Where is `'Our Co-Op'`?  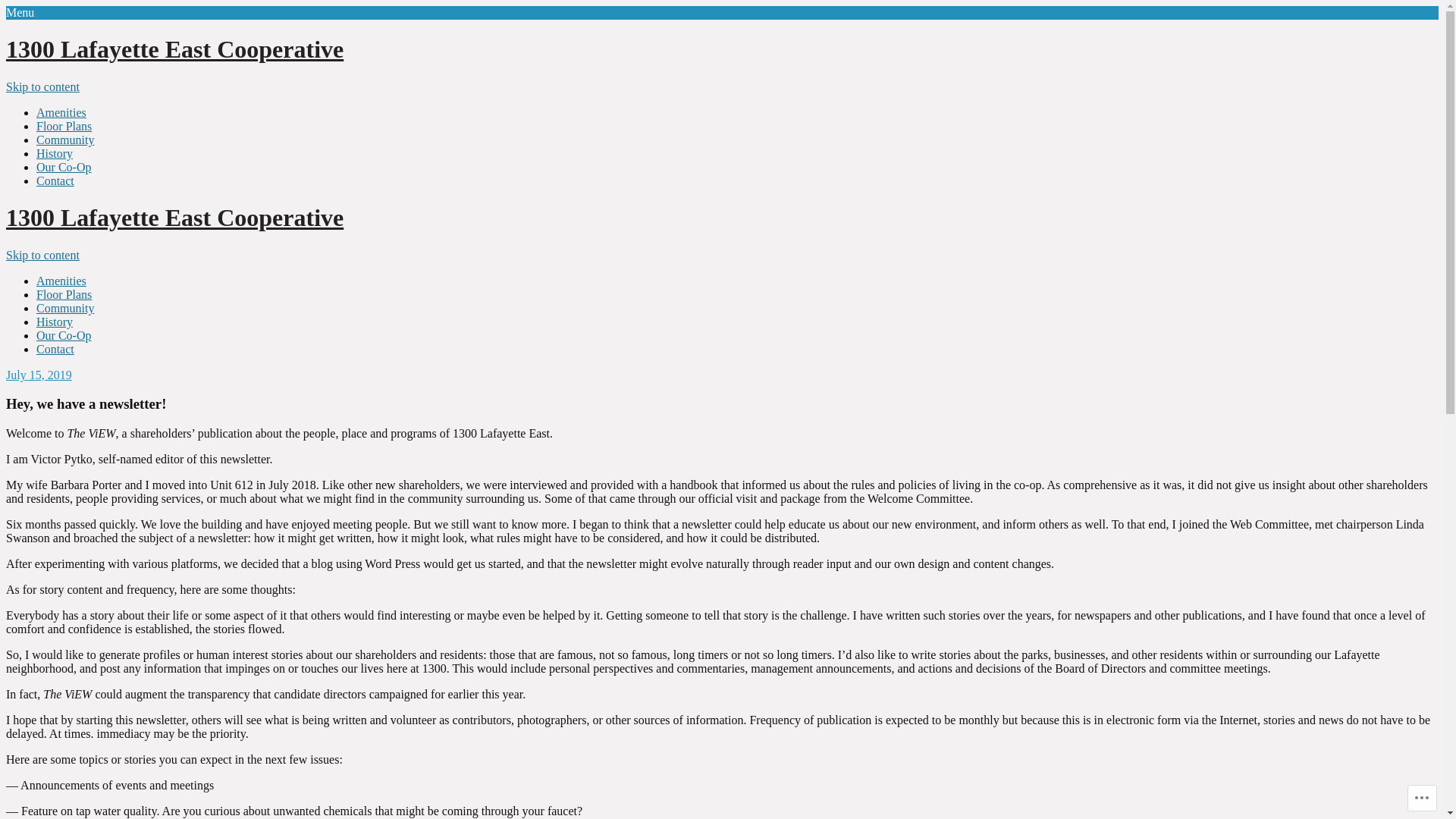 'Our Co-Op' is located at coordinates (62, 167).